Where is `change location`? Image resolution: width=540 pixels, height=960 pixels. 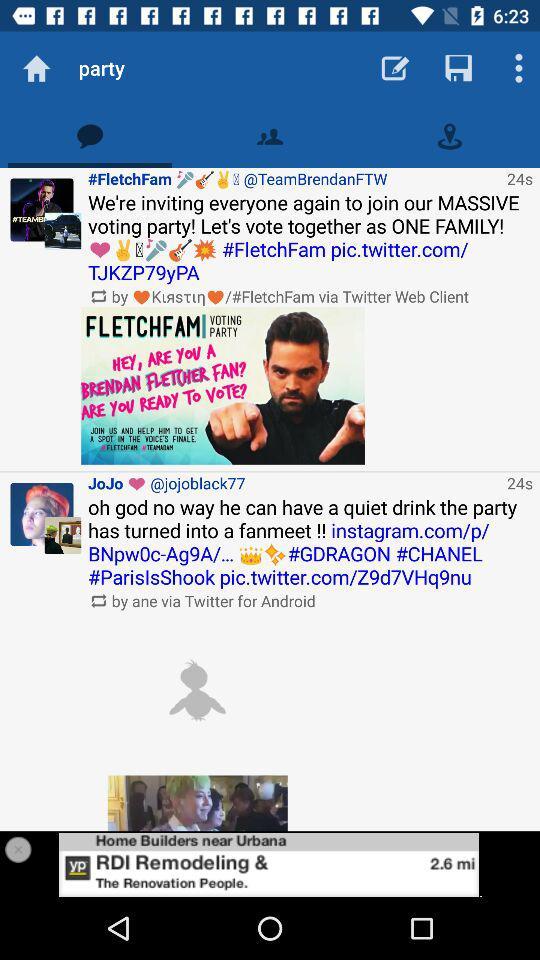
change location is located at coordinates (449, 135).